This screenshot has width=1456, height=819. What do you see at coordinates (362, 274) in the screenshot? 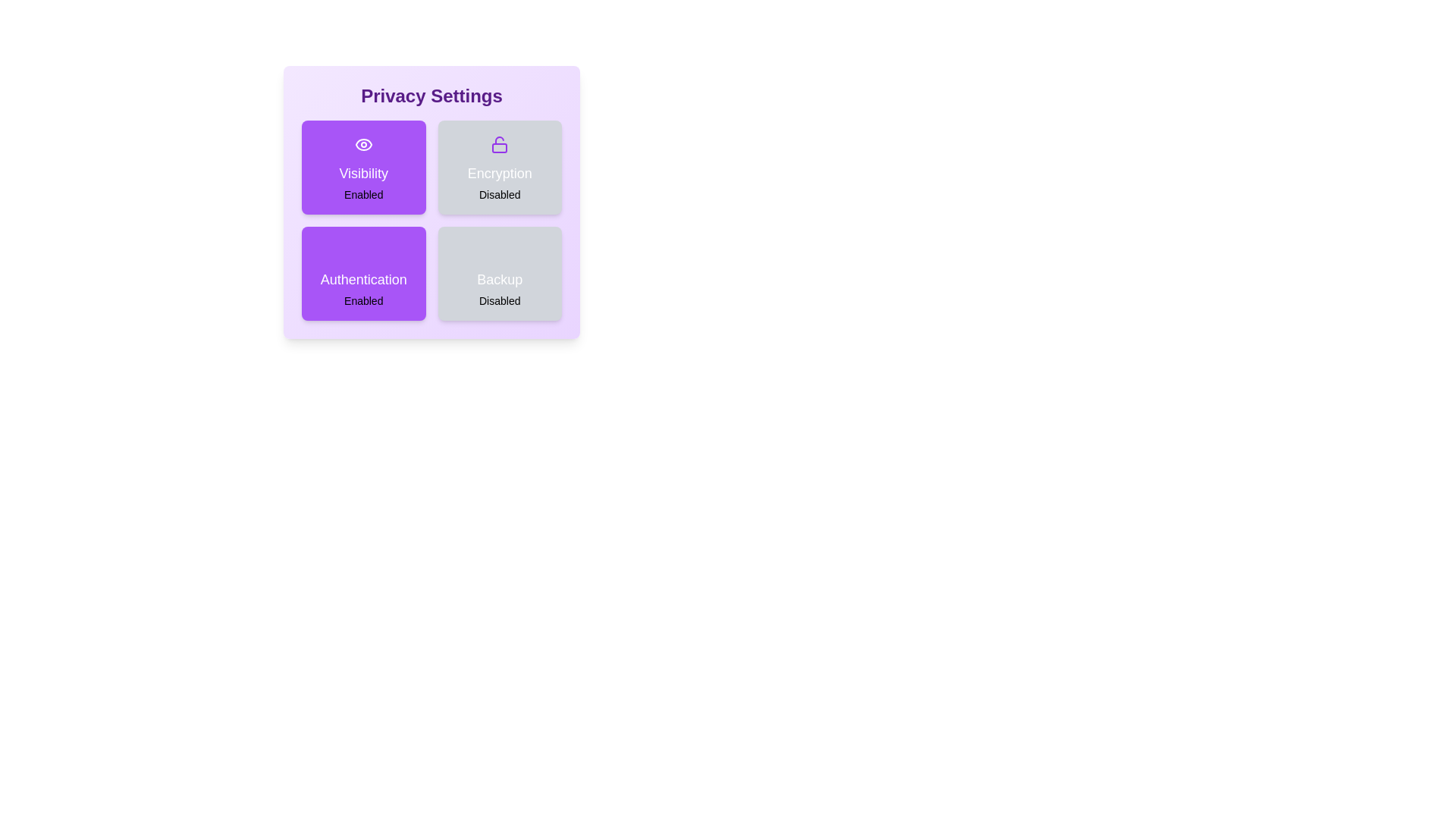
I see `the Authentication card to observe its animation` at bounding box center [362, 274].